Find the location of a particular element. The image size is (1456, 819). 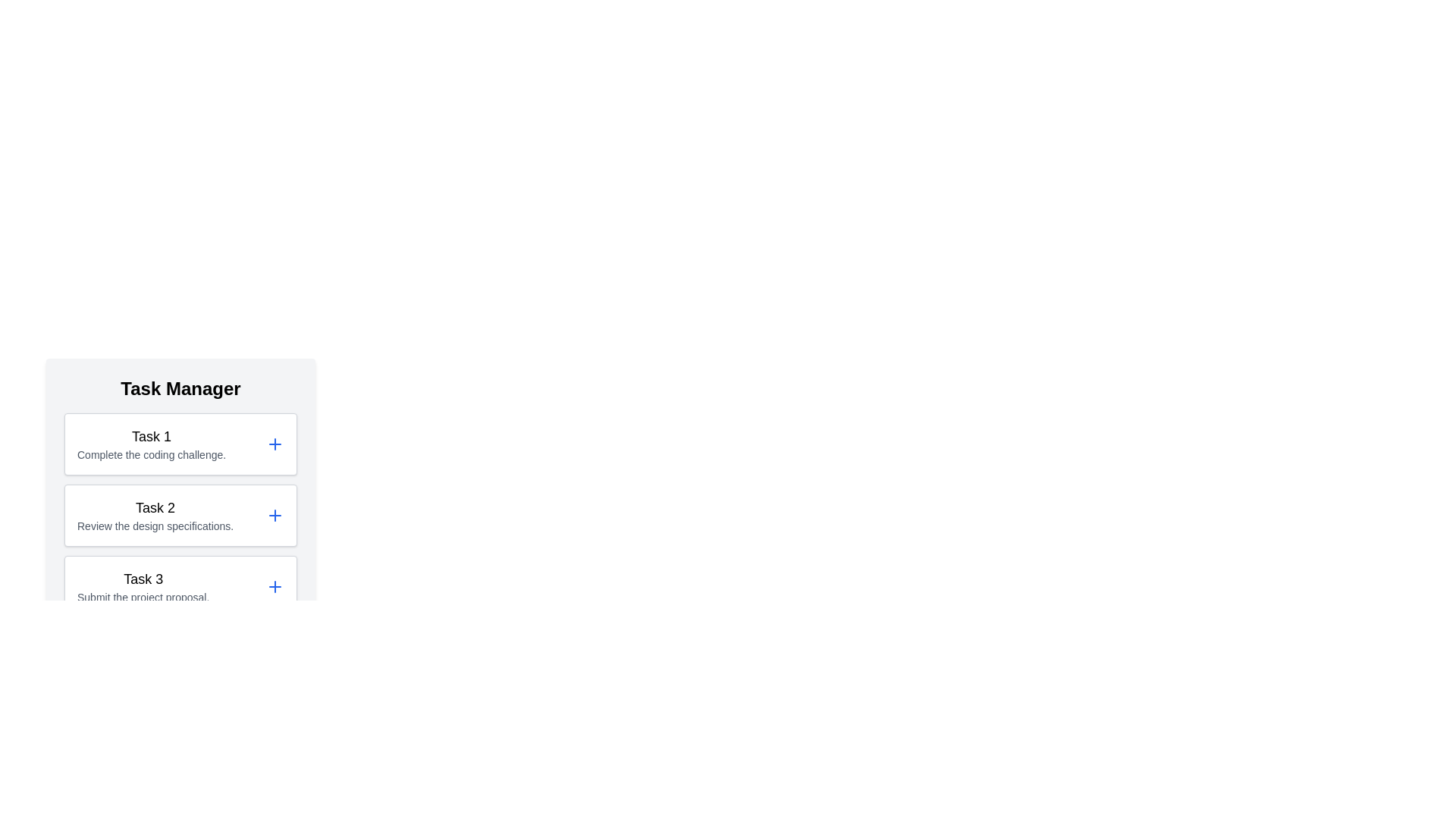

'+' icon for task 2 is located at coordinates (275, 514).